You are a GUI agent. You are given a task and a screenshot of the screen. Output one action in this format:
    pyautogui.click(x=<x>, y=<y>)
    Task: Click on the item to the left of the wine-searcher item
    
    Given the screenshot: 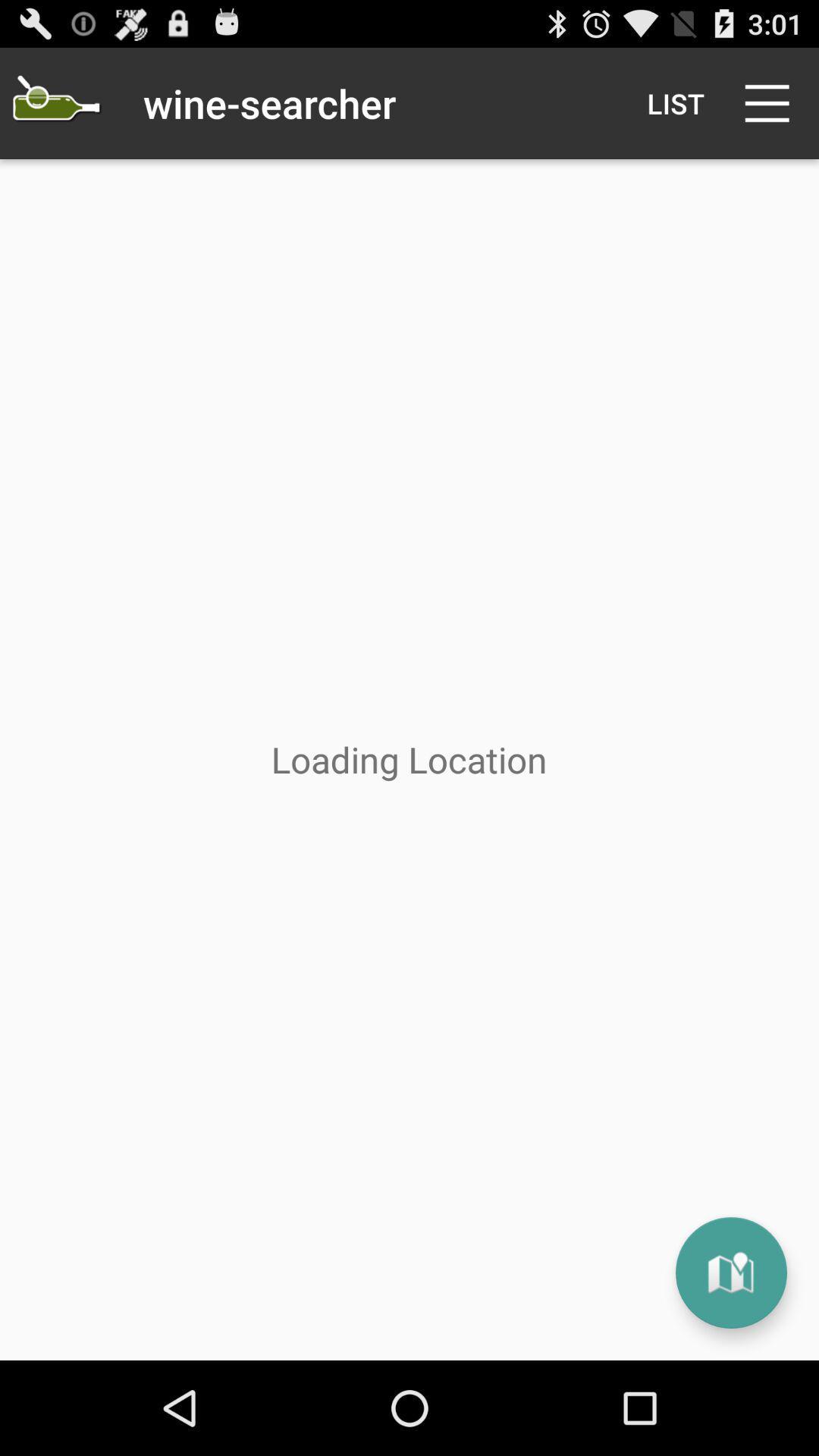 What is the action you would take?
    pyautogui.click(x=55, y=102)
    